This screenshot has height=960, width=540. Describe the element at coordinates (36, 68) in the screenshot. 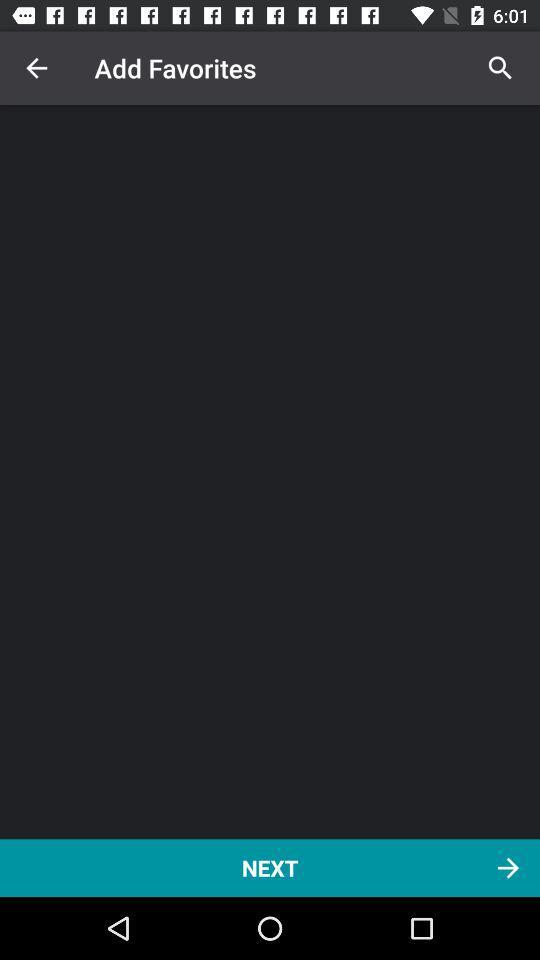

I see `the icon above next item` at that location.